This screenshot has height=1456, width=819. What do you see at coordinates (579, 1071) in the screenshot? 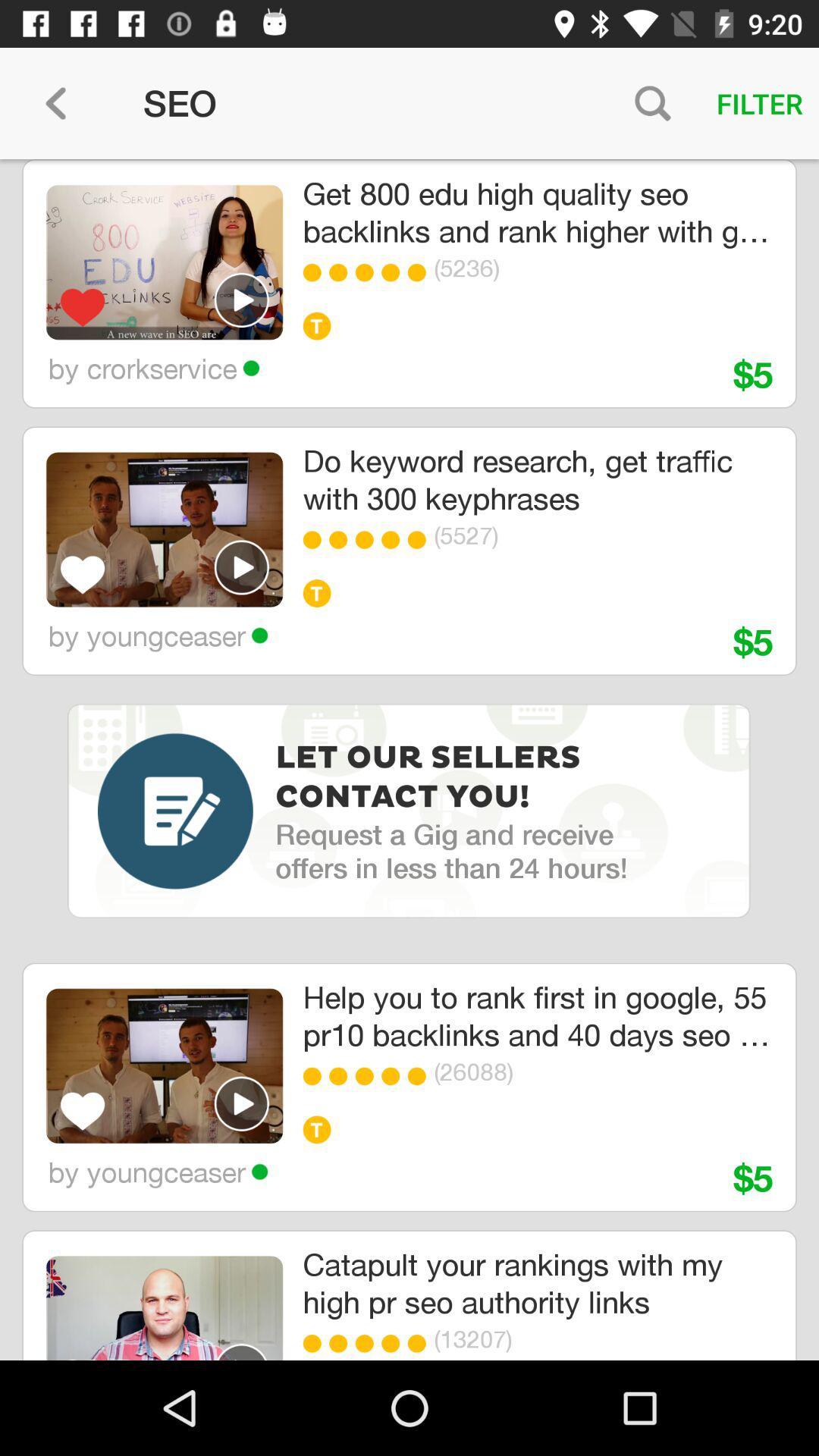
I see `icon above $5 item` at bounding box center [579, 1071].